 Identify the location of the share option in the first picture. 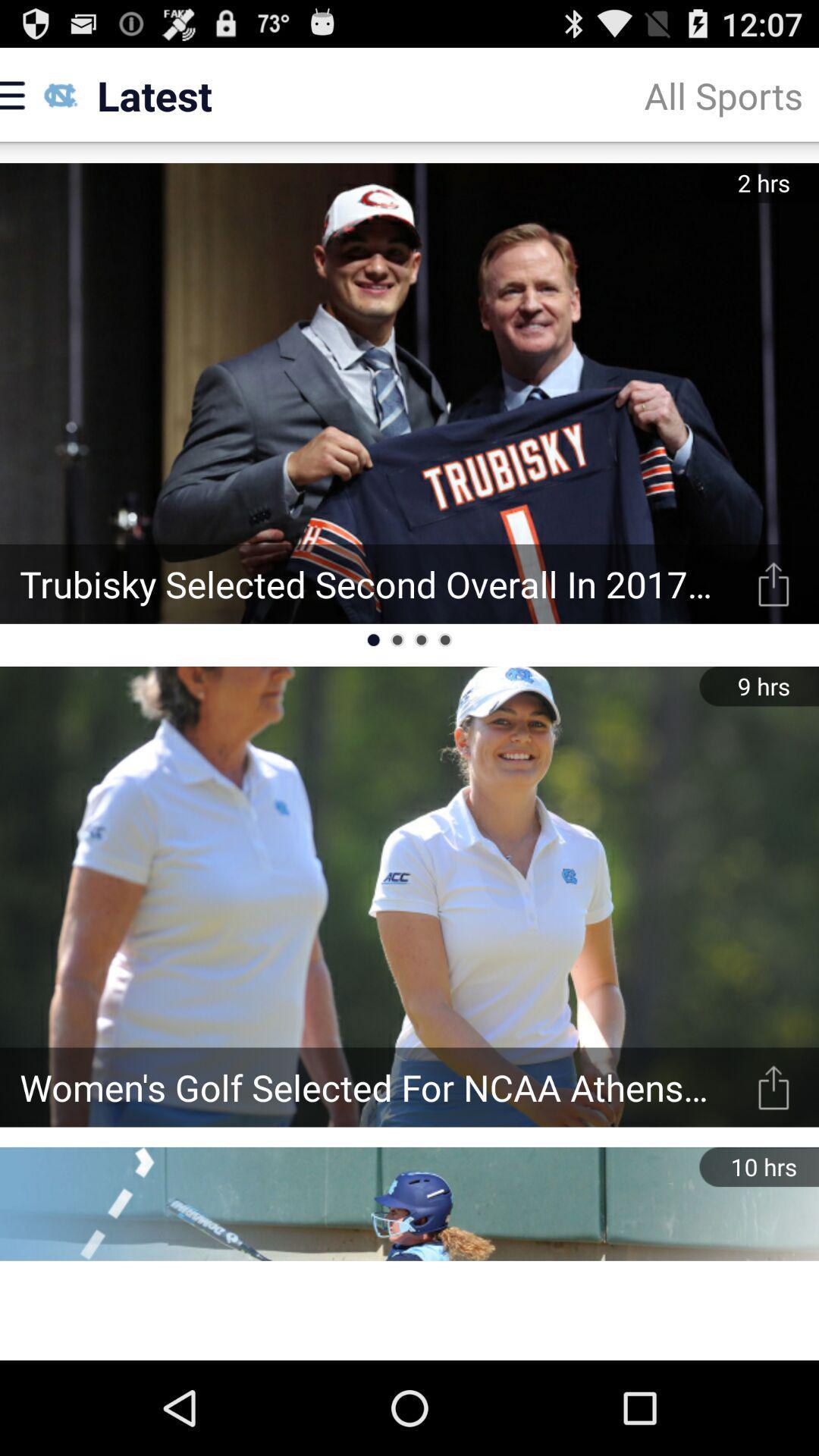
(773, 583).